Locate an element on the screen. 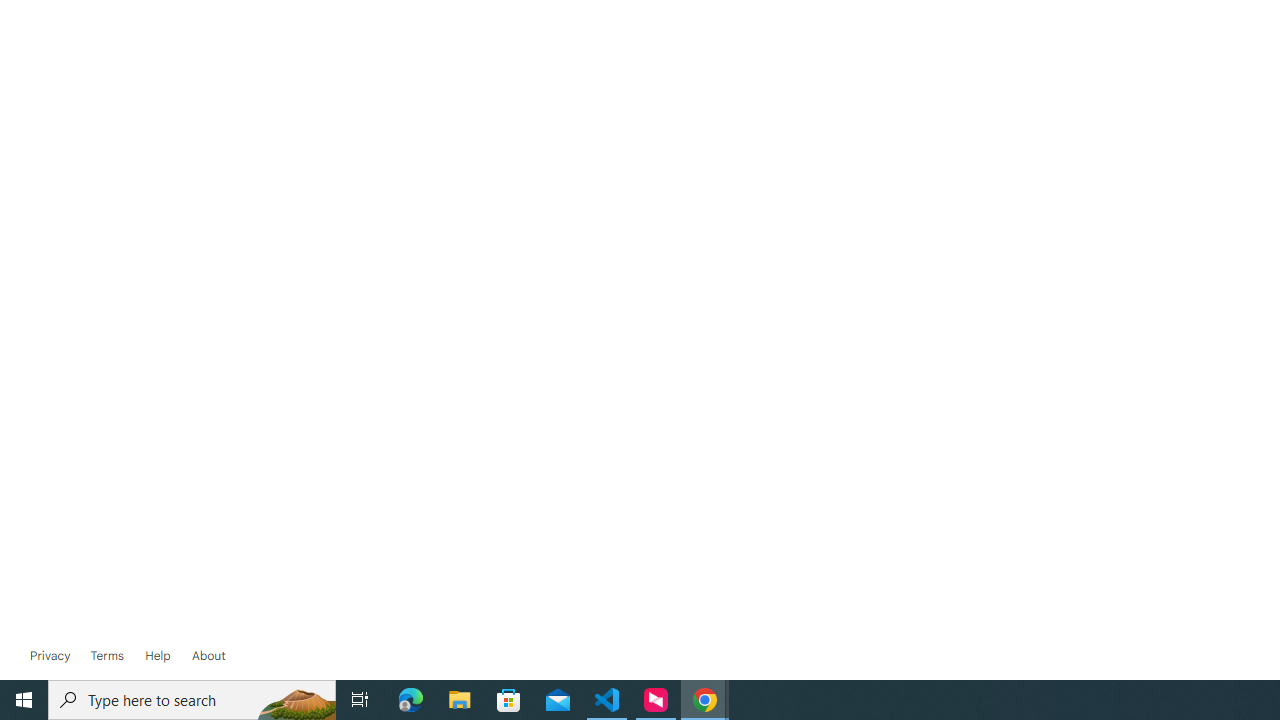 Image resolution: width=1280 pixels, height=720 pixels. 'Help' is located at coordinates (157, 655).